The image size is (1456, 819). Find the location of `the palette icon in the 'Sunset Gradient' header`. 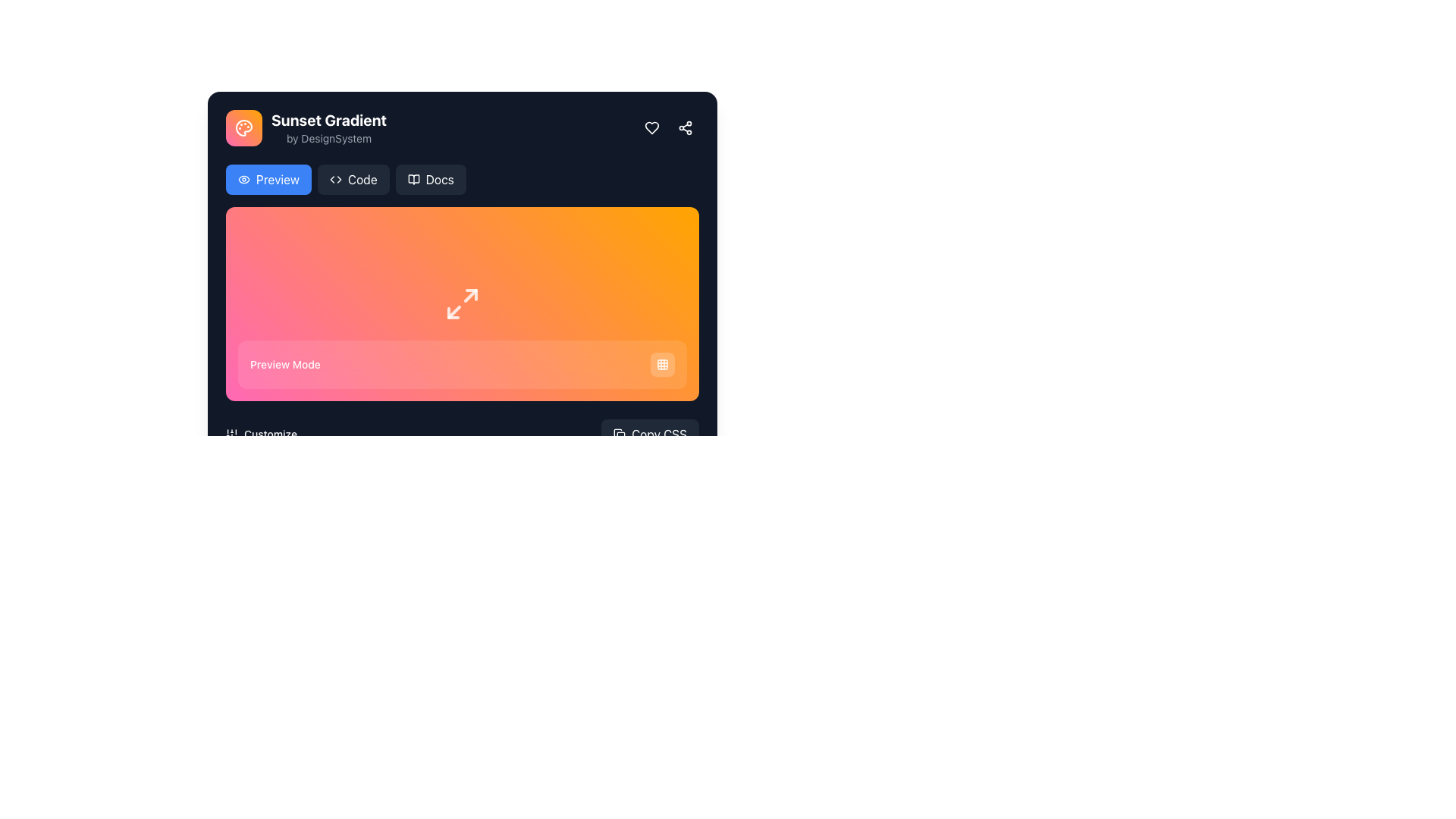

the palette icon in the 'Sunset Gradient' header is located at coordinates (305, 127).